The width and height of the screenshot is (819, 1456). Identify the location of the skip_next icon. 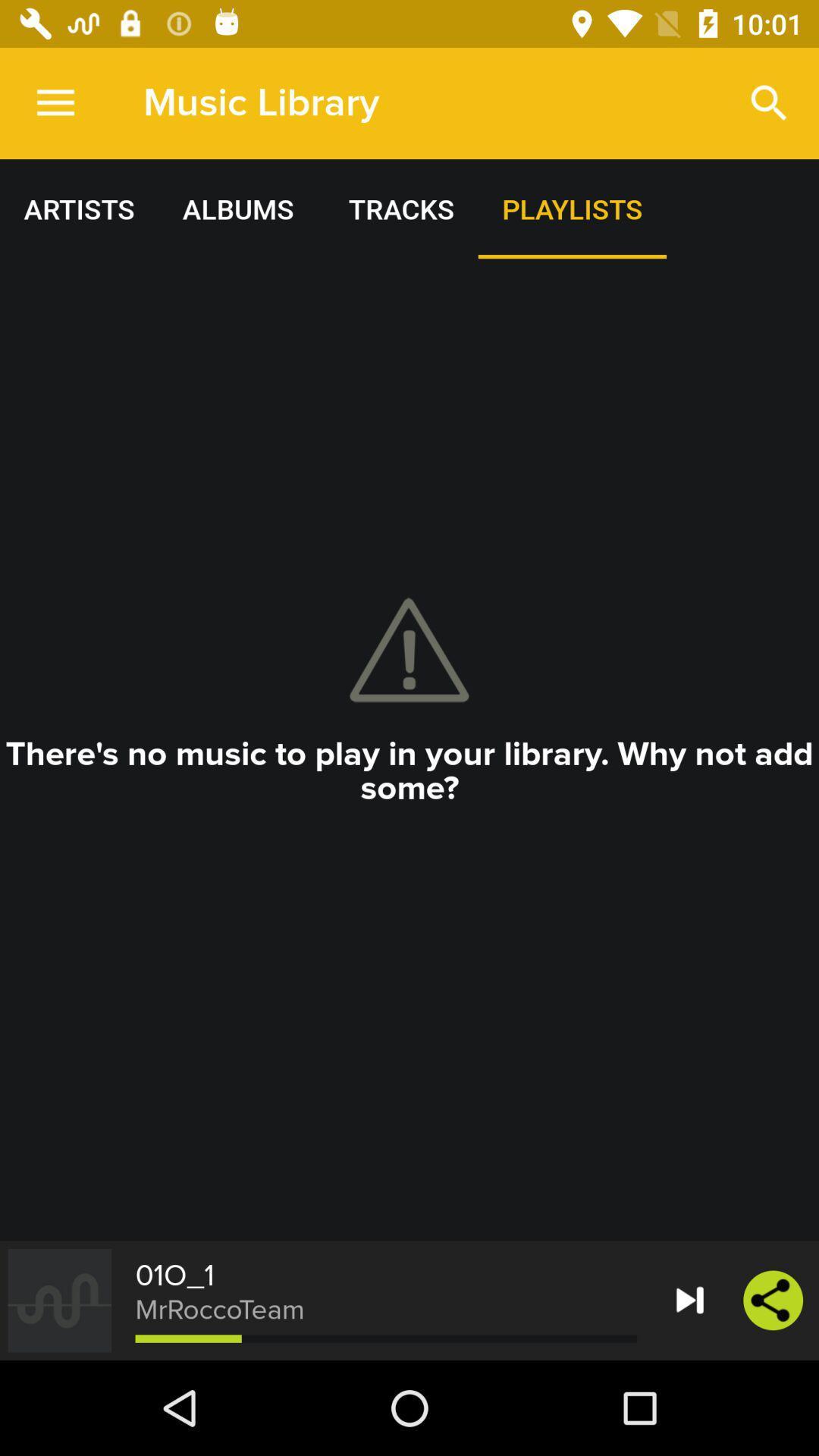
(690, 1299).